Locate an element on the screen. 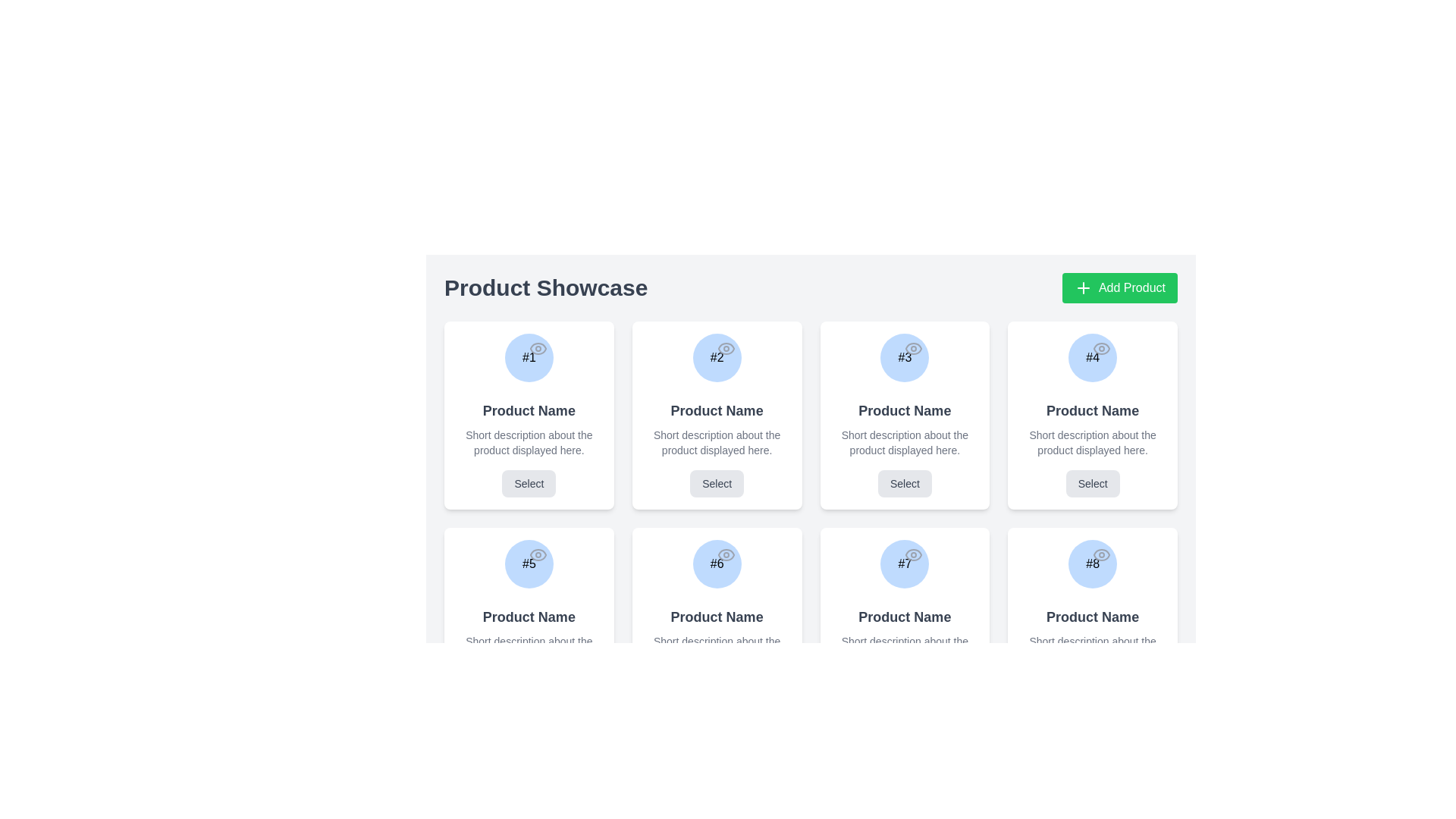 The height and width of the screenshot is (819, 1456). text label displaying the product name located in the seventh product card, positioned centrally below the card's identifier '#7' and above the descriptive text block is located at coordinates (905, 617).